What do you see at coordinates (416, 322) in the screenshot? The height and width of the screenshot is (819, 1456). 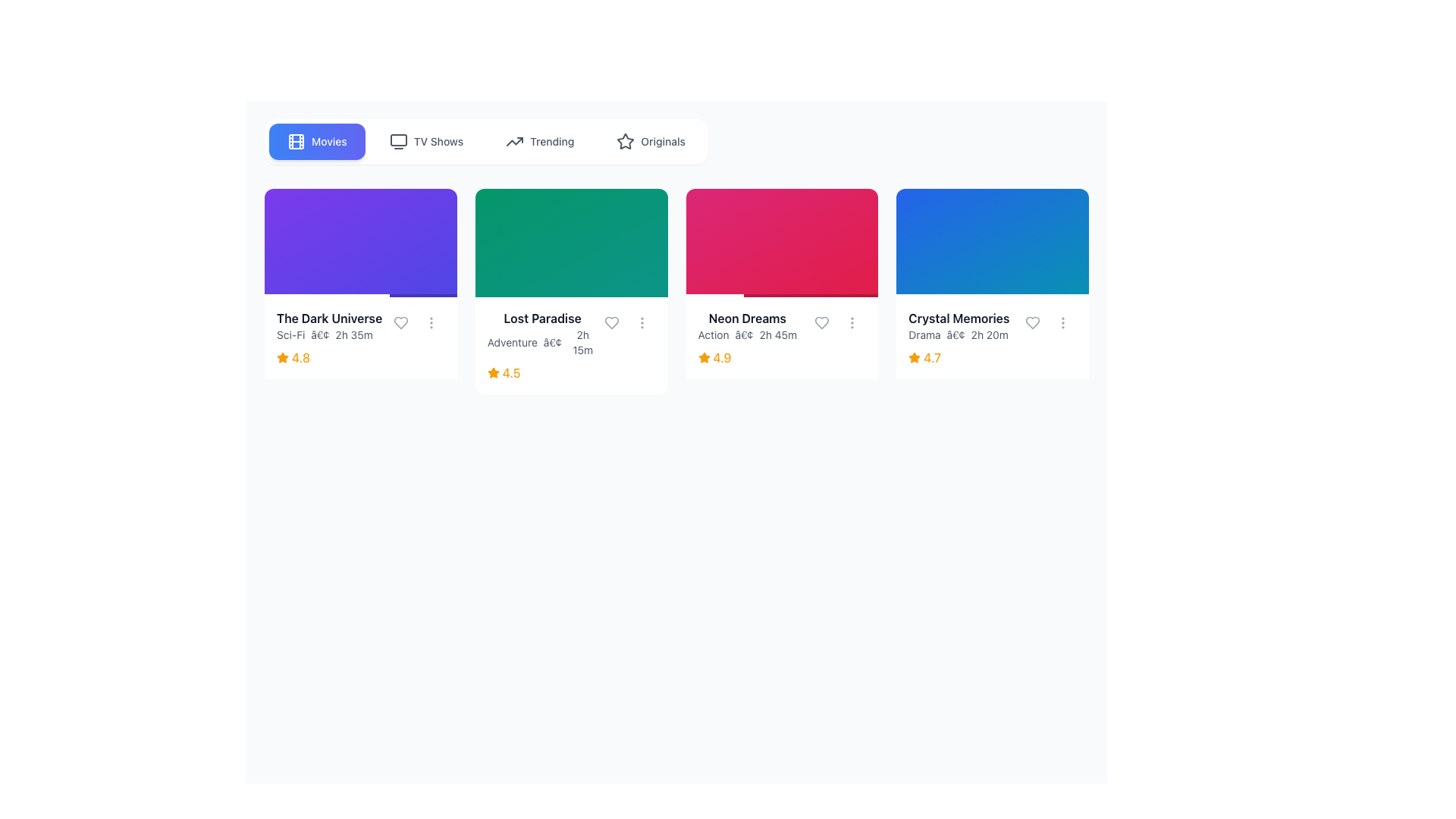 I see `the interactive grouping of icons consisting of a heart outline and three vertically aligned dots located at the bottom-right section of 'The Dark Universe' card` at bounding box center [416, 322].